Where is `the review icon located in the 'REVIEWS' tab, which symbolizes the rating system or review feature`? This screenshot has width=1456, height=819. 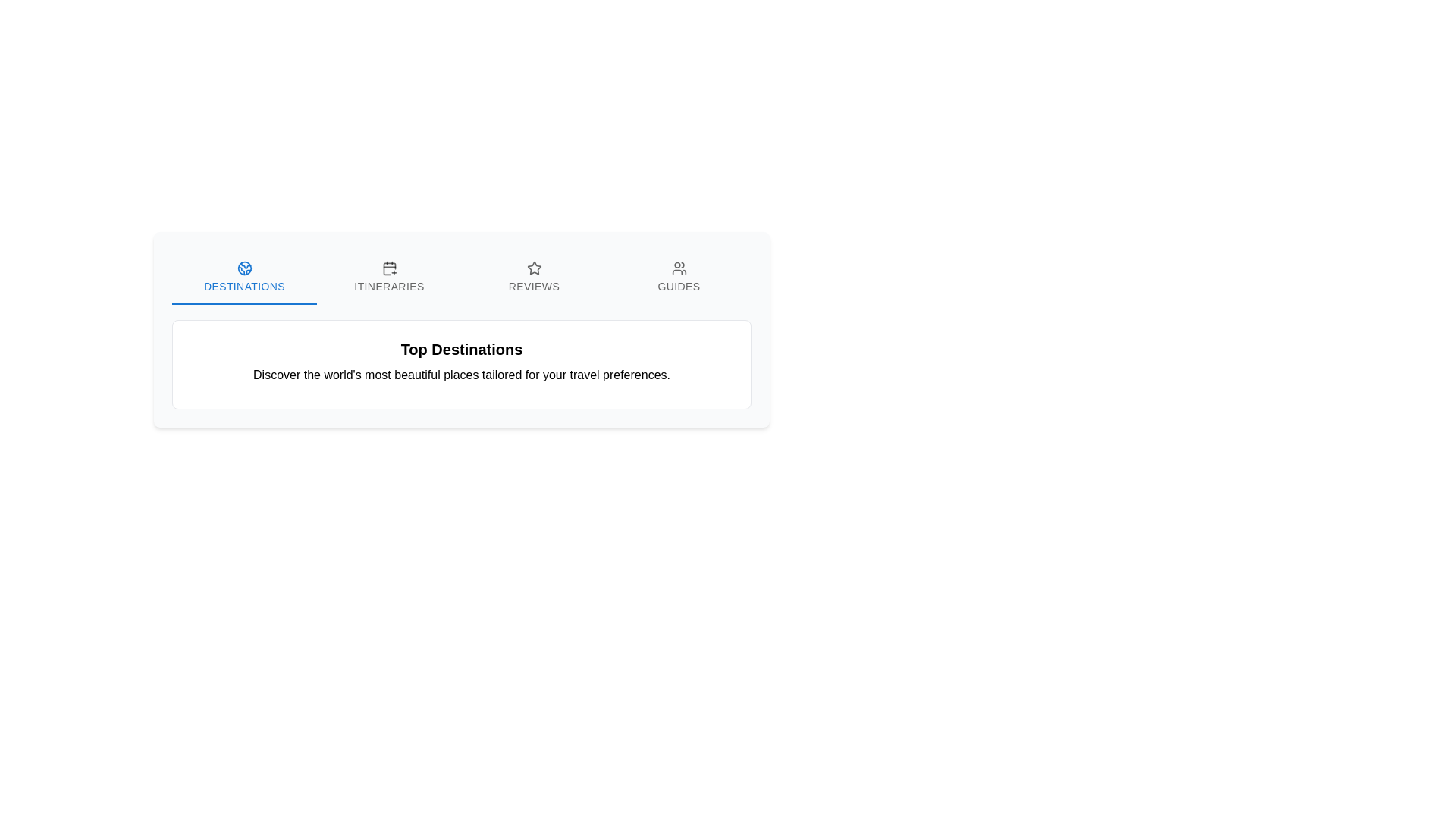 the review icon located in the 'REVIEWS' tab, which symbolizes the rating system or review feature is located at coordinates (534, 267).